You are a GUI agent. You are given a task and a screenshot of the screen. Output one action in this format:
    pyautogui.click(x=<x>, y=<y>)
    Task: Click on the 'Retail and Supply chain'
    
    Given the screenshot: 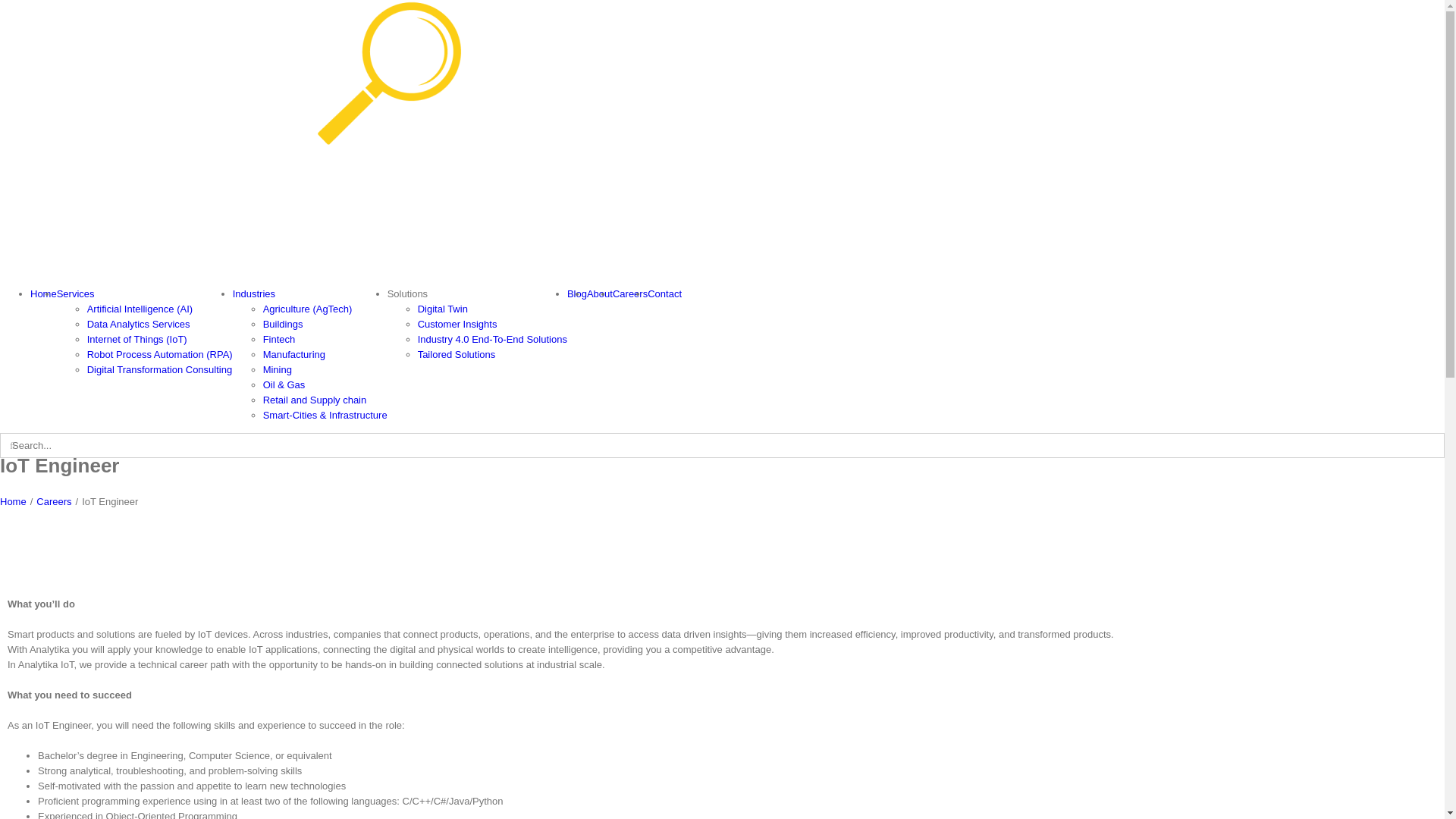 What is the action you would take?
    pyautogui.click(x=262, y=399)
    